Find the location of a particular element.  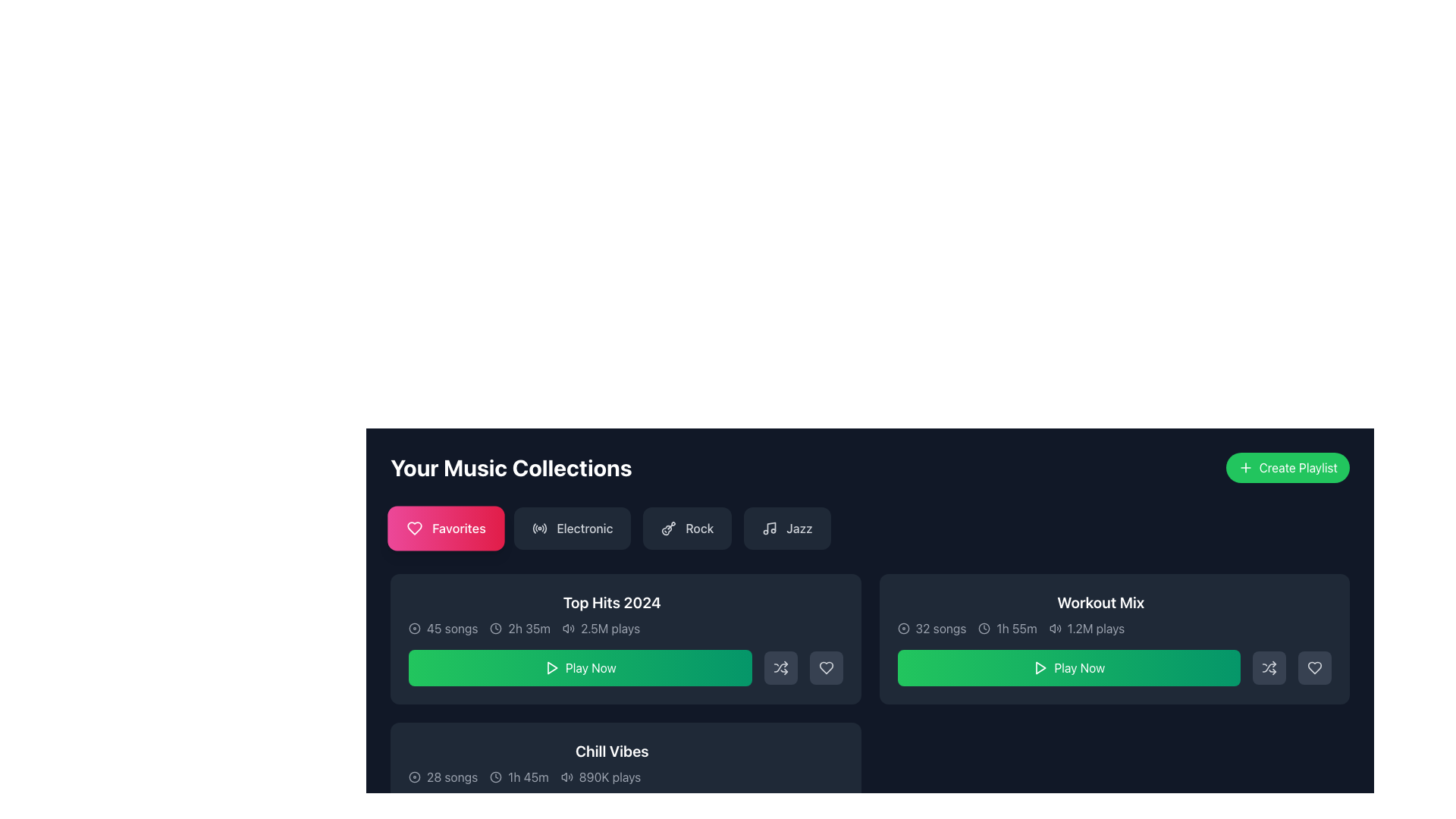

the Heart Icon located in the bottom right corner of the 'Workout Mix' playlist is located at coordinates (1313, 667).